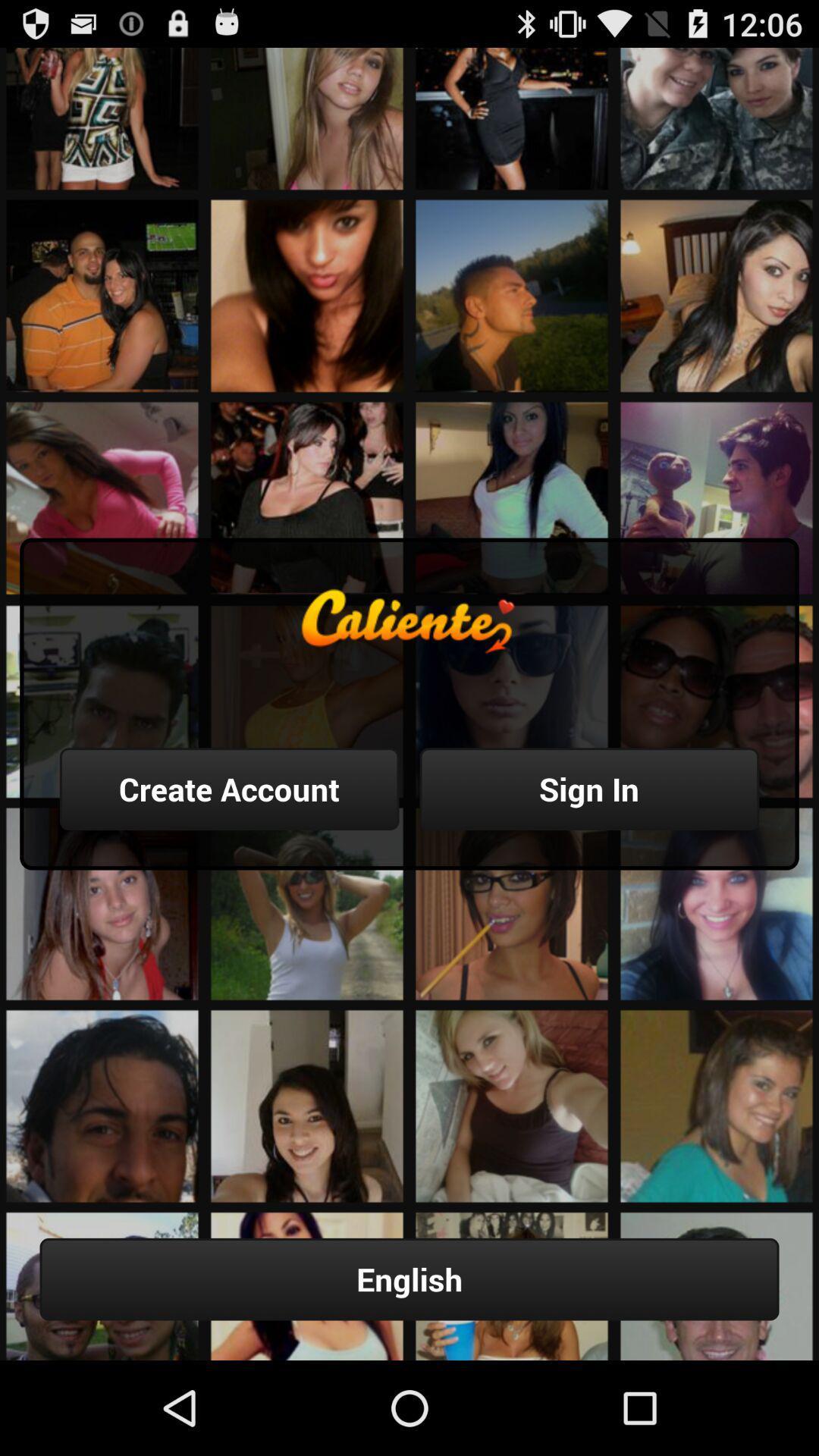 The width and height of the screenshot is (819, 1456). I want to click on the english icon, so click(409, 1279).